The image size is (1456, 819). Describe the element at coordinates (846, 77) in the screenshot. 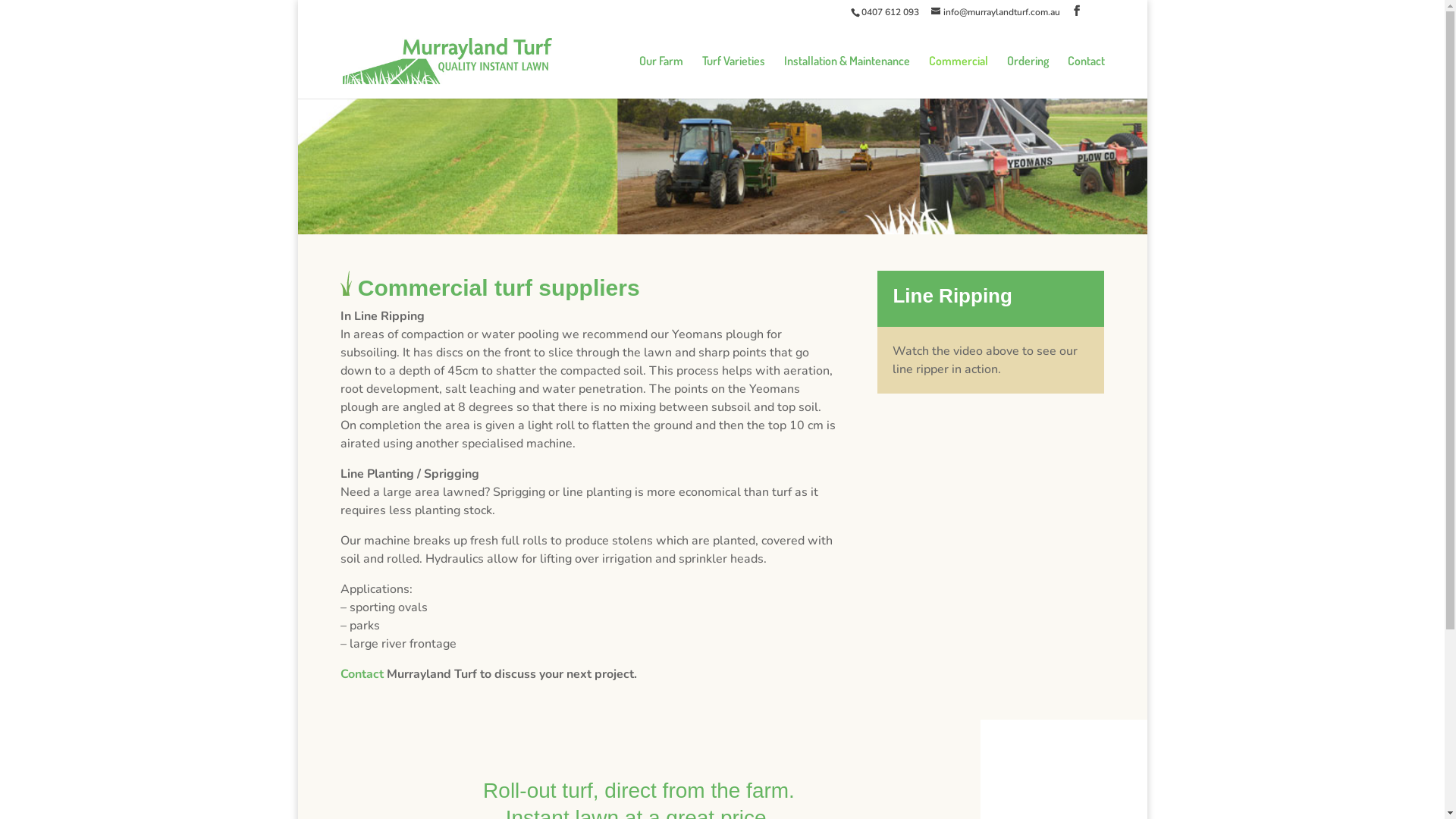

I see `'Installation & Maintenance'` at that location.